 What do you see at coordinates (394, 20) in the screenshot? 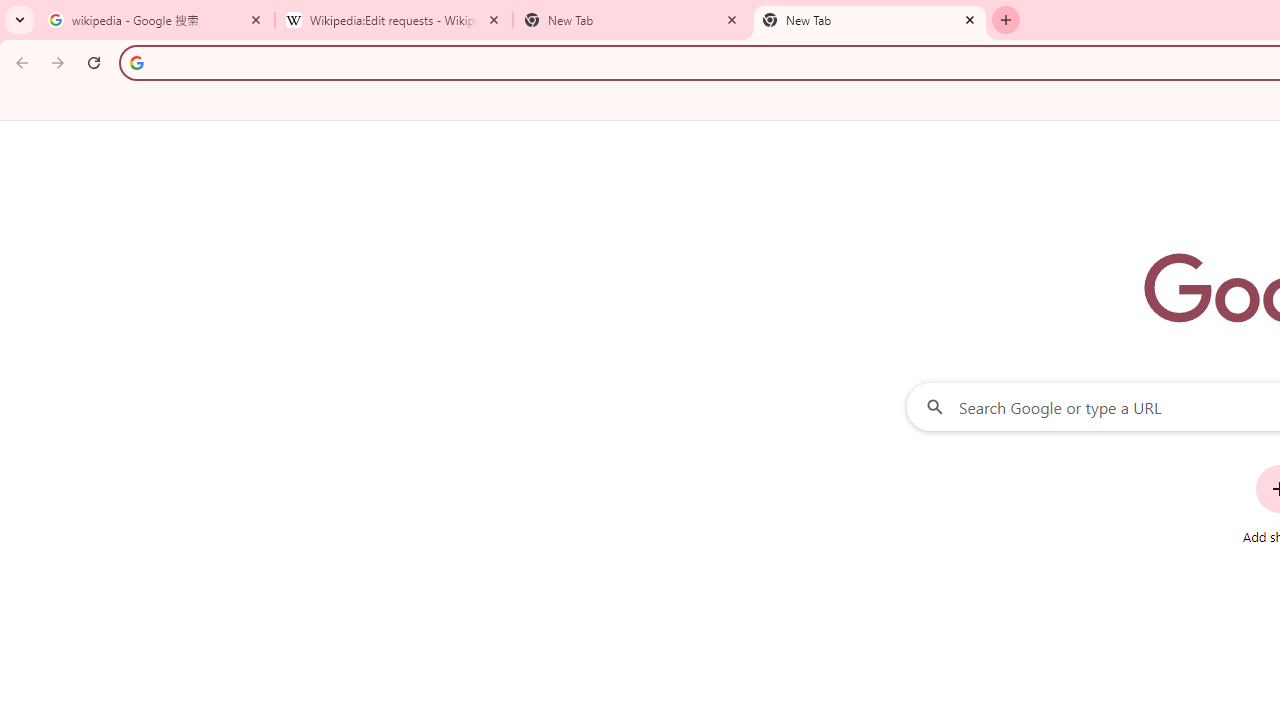
I see `'Wikipedia:Edit requests - Wikipedia'` at bounding box center [394, 20].